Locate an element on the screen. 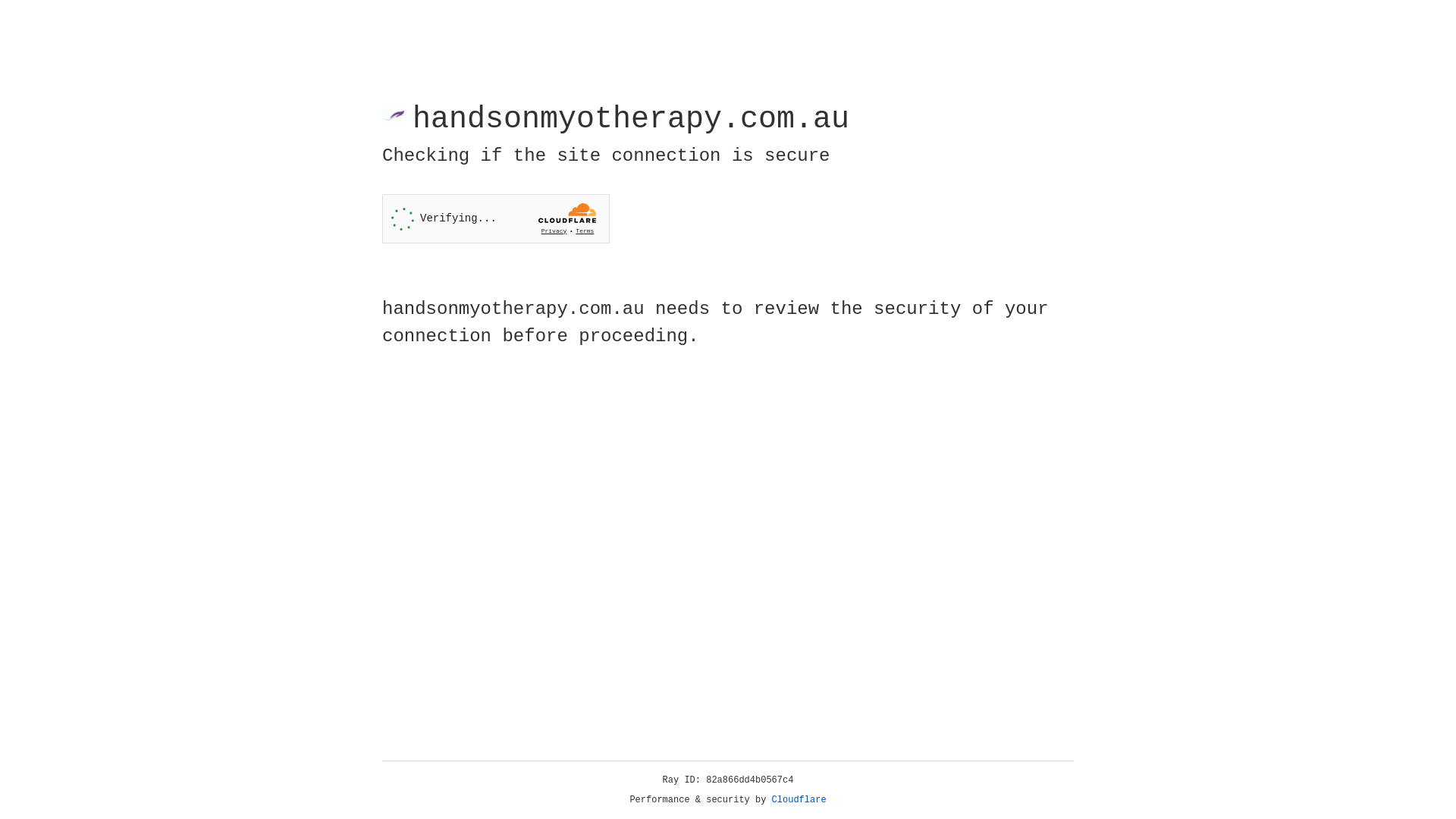  'Widget containing a Cloudflare security challenge' is located at coordinates (495, 218).